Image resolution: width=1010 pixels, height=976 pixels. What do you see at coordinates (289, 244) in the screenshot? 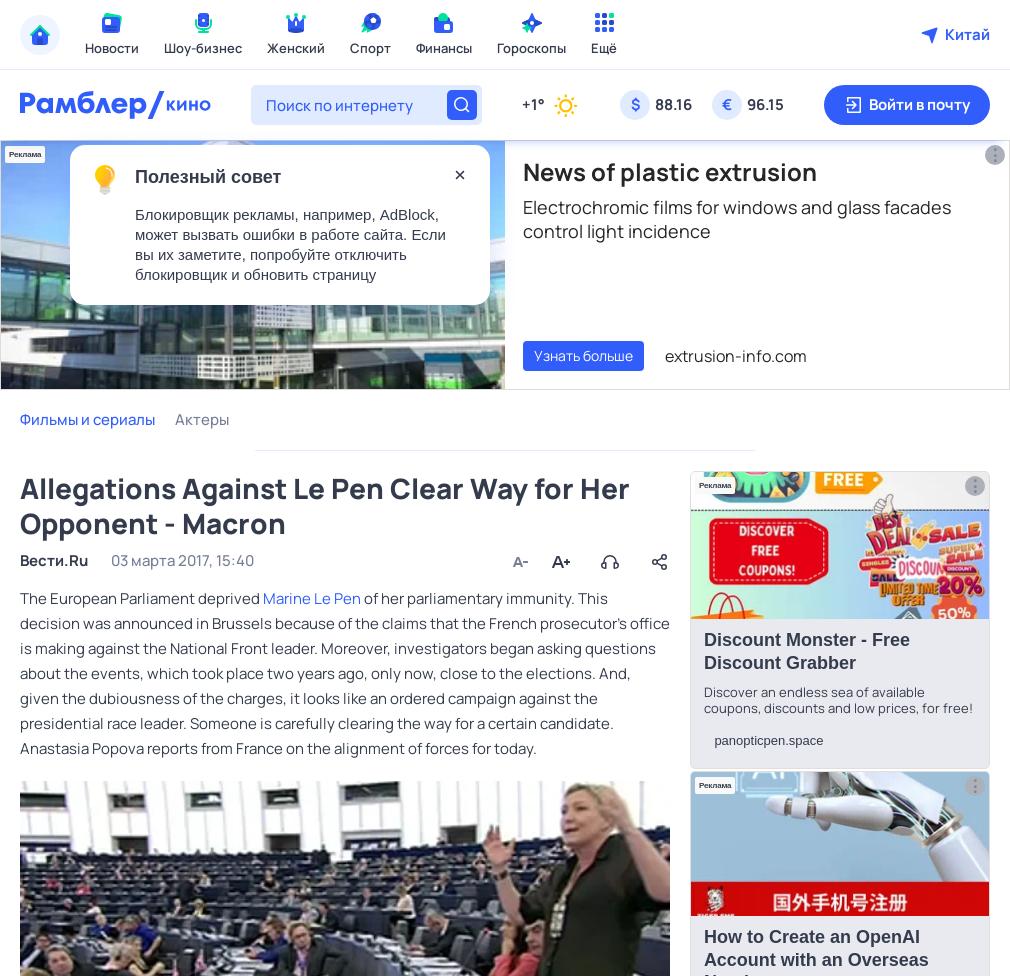
I see `'Блокировщик рекламы, например, AdBlock, может вызвать ошибки в
    работе сайта. Если вы их заметите, попробуйте отключить блокировщик и обновить страницу'` at bounding box center [289, 244].